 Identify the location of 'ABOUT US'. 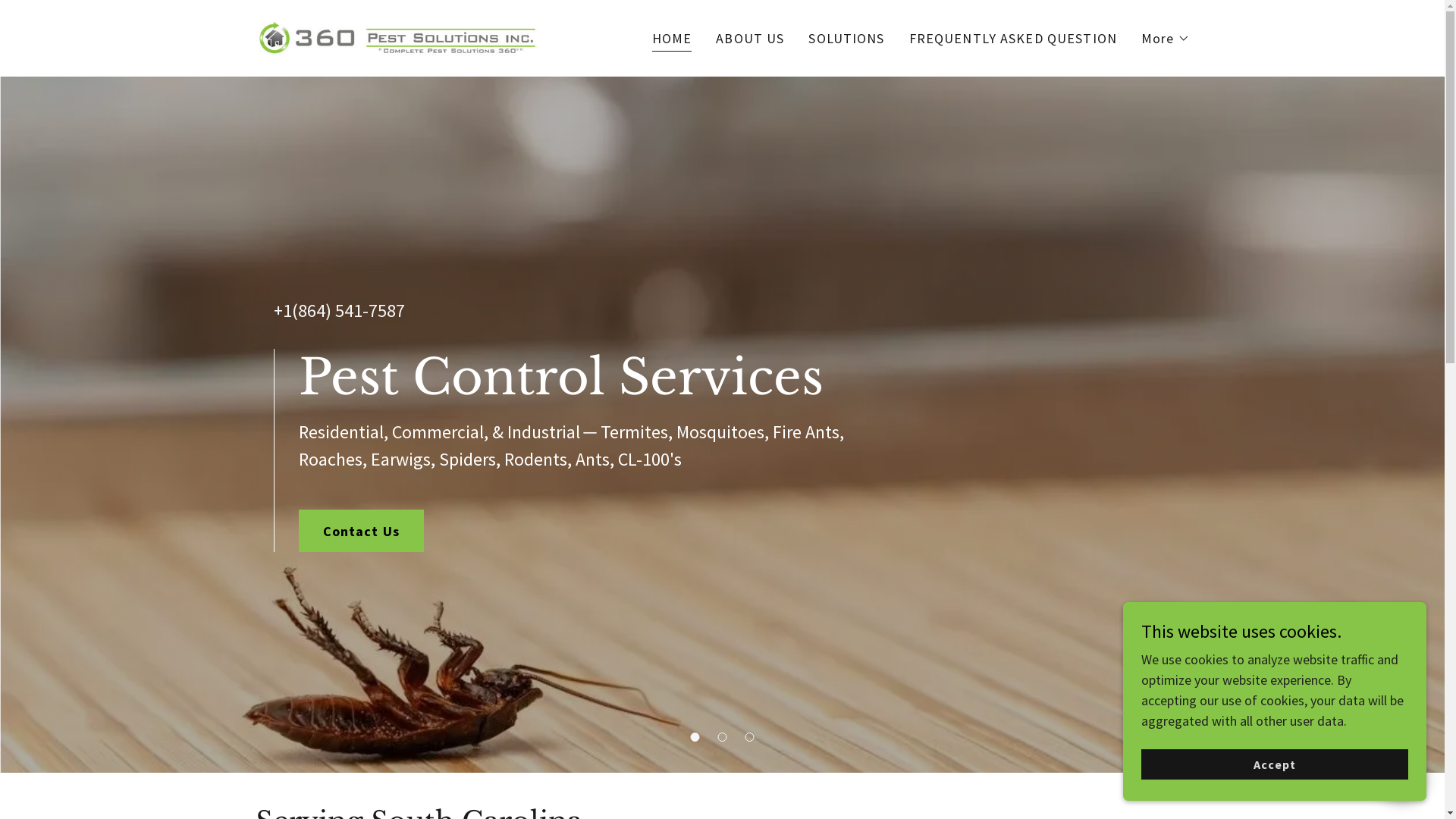
(749, 37).